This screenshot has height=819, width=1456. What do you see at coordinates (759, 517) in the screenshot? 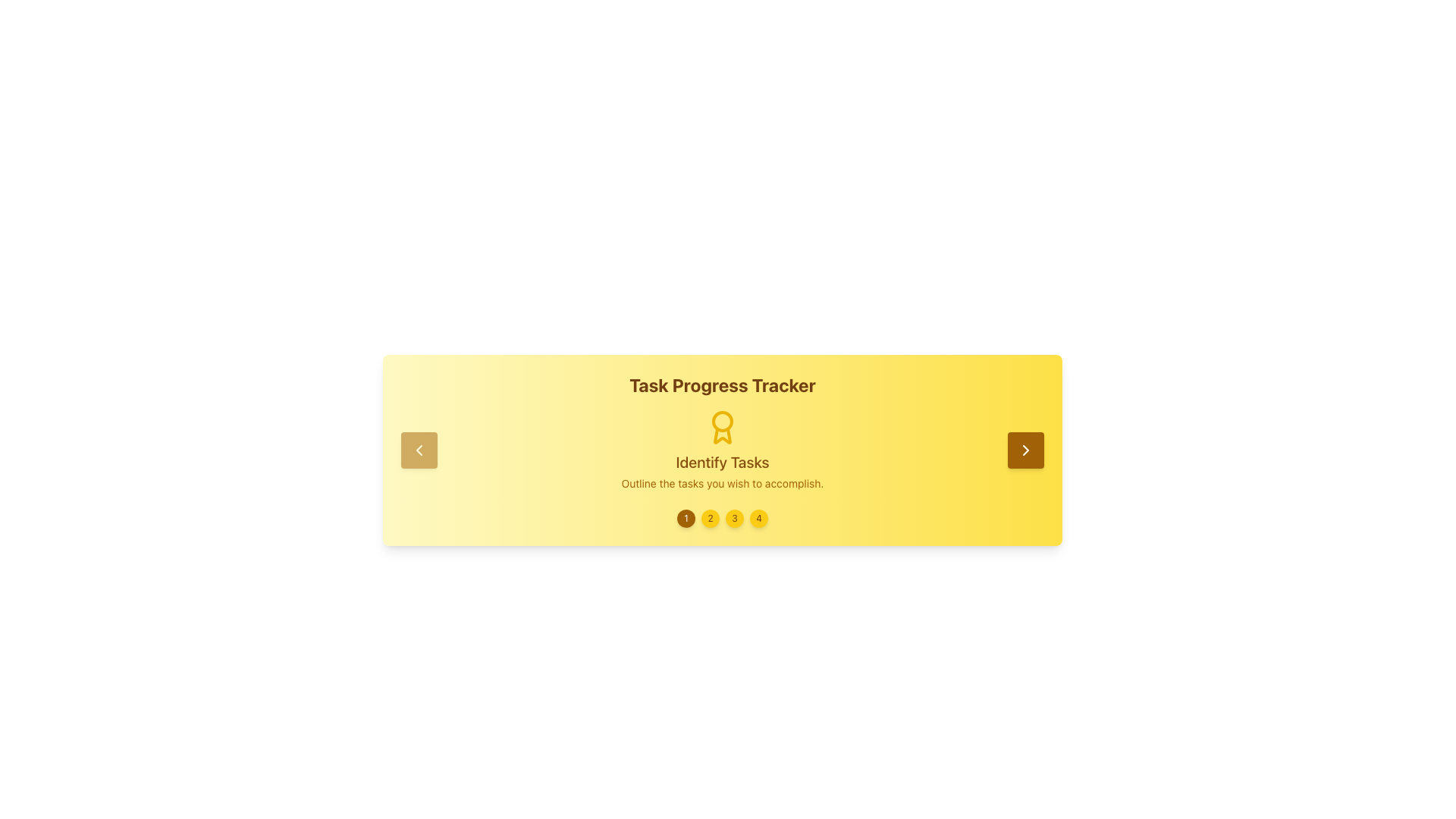
I see `the circular button with a yellow background and the number '4'` at bounding box center [759, 517].